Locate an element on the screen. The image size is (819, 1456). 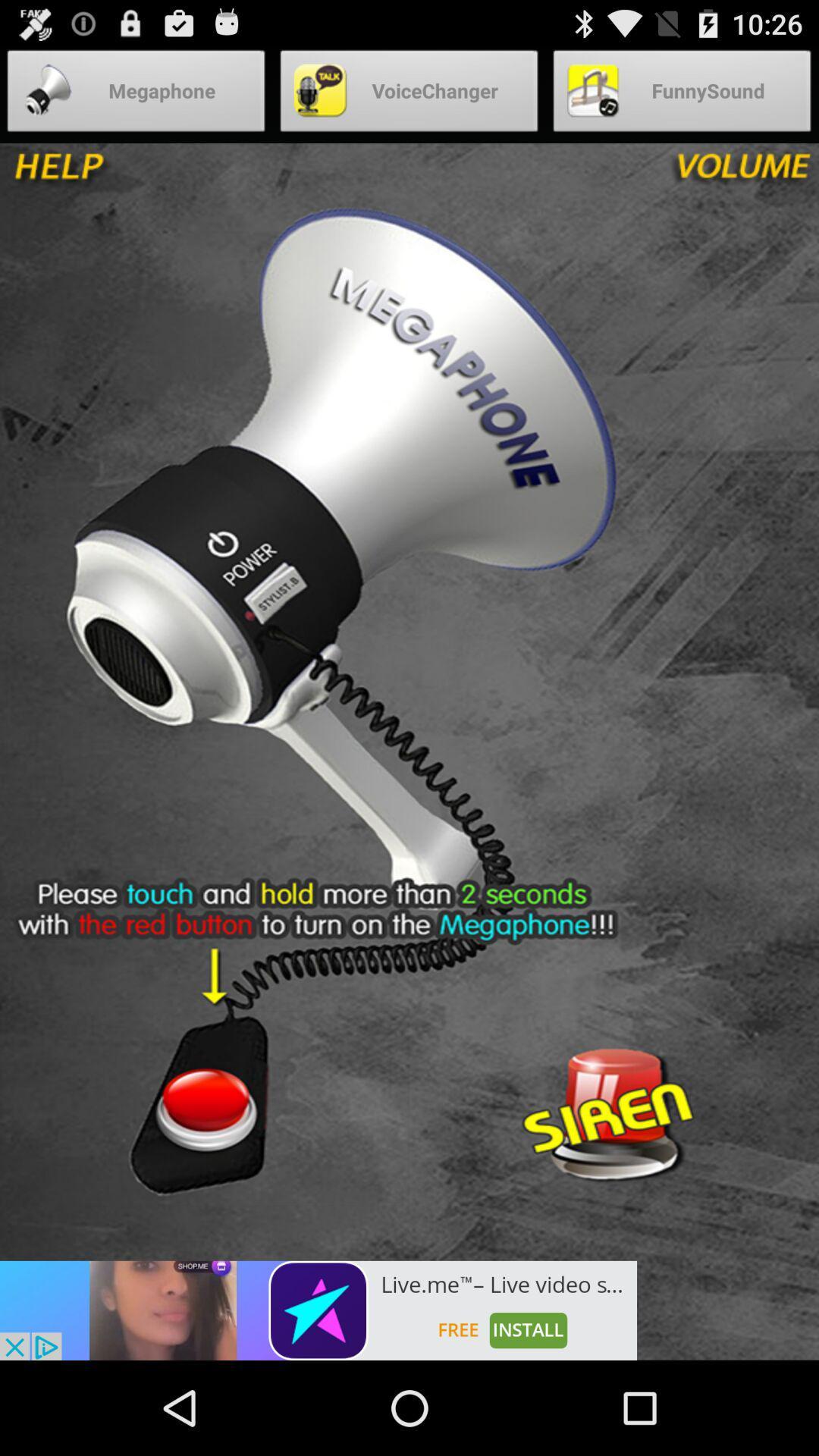
turn on megaphone option is located at coordinates (205, 1108).